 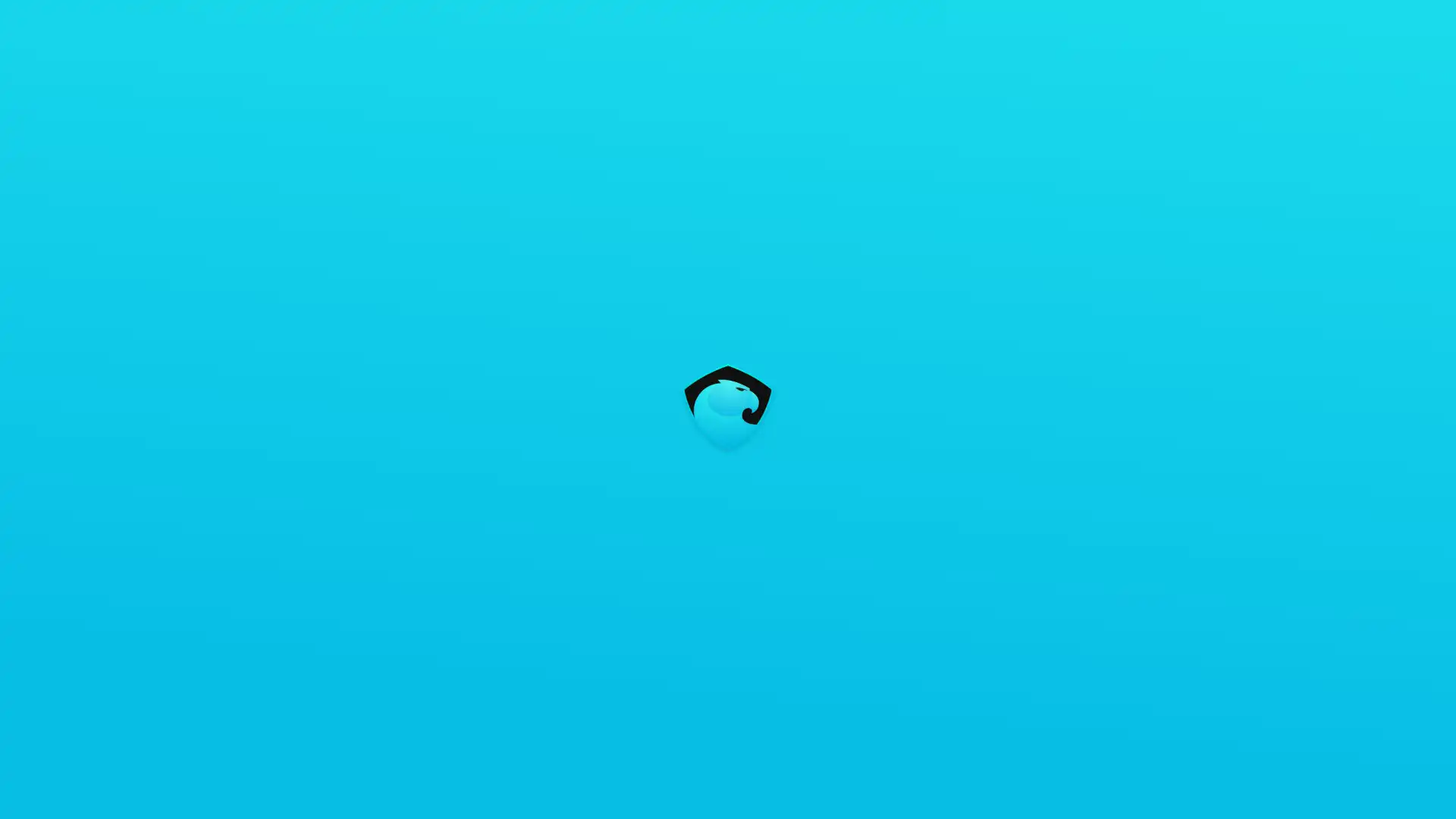 I want to click on Livepeer DEMOCRACY, so click(x=930, y=315).